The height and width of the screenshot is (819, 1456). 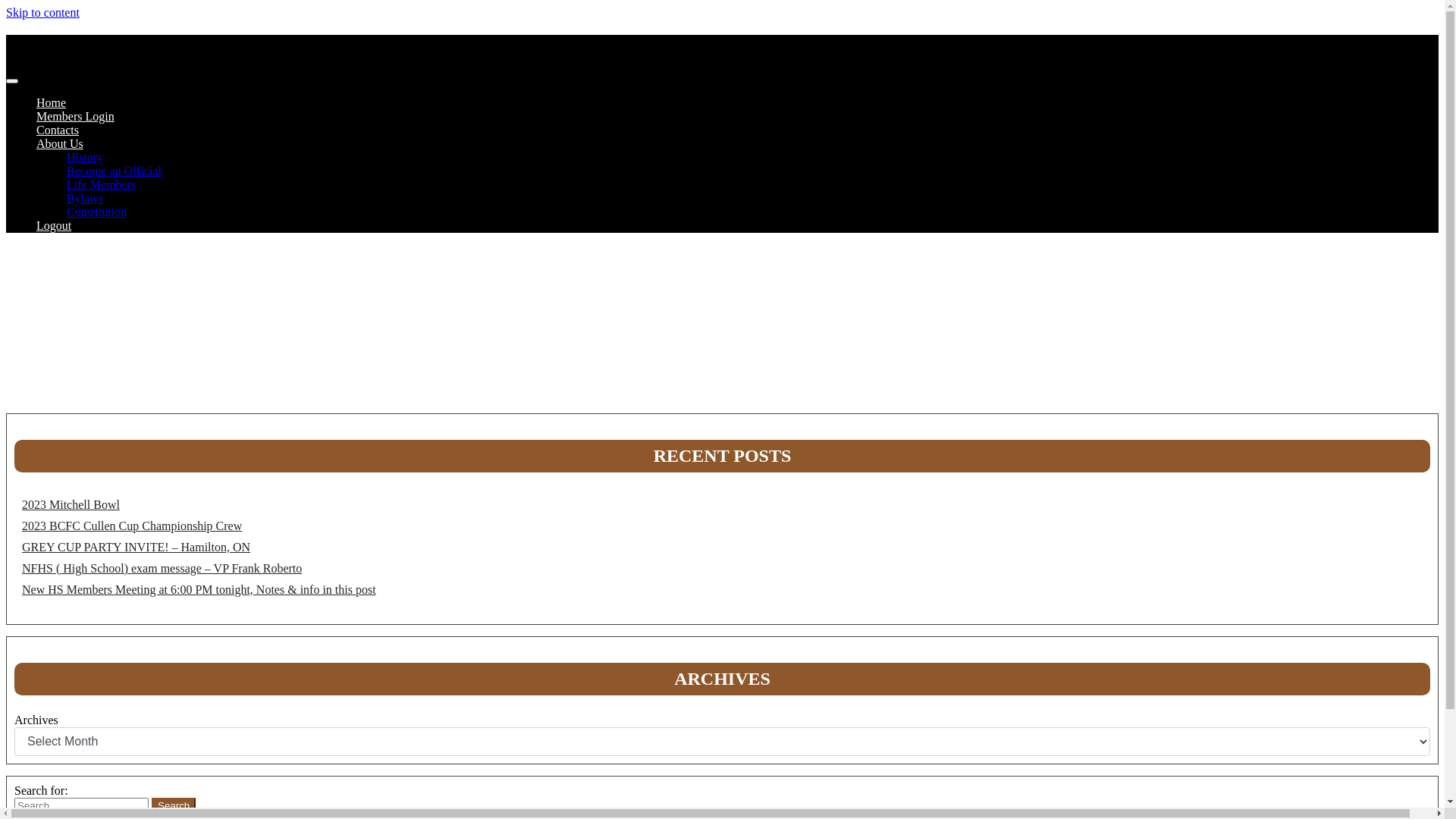 What do you see at coordinates (36, 143) in the screenshot?
I see `'About Us'` at bounding box center [36, 143].